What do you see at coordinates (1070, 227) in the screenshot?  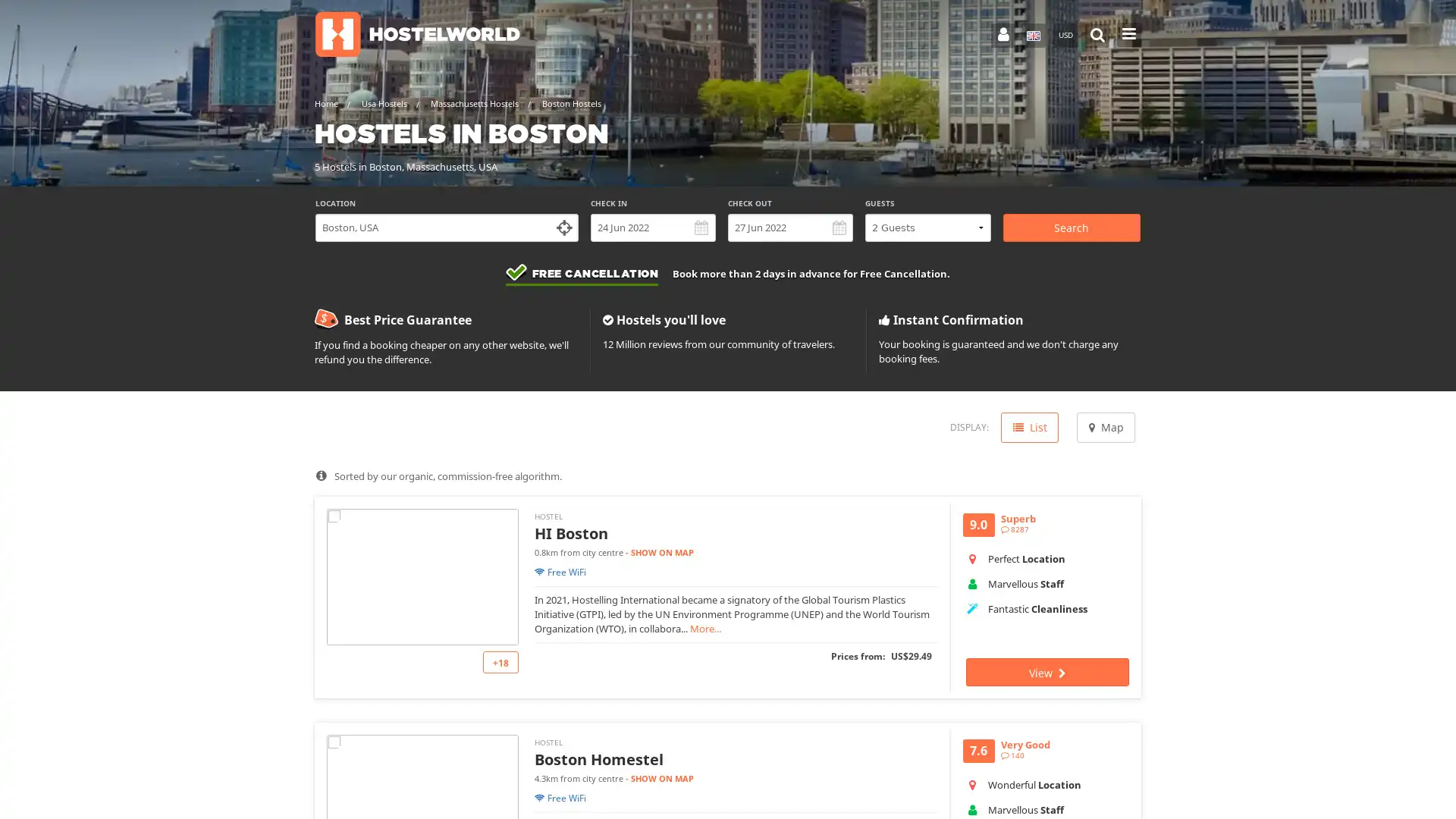 I see `Search` at bounding box center [1070, 227].